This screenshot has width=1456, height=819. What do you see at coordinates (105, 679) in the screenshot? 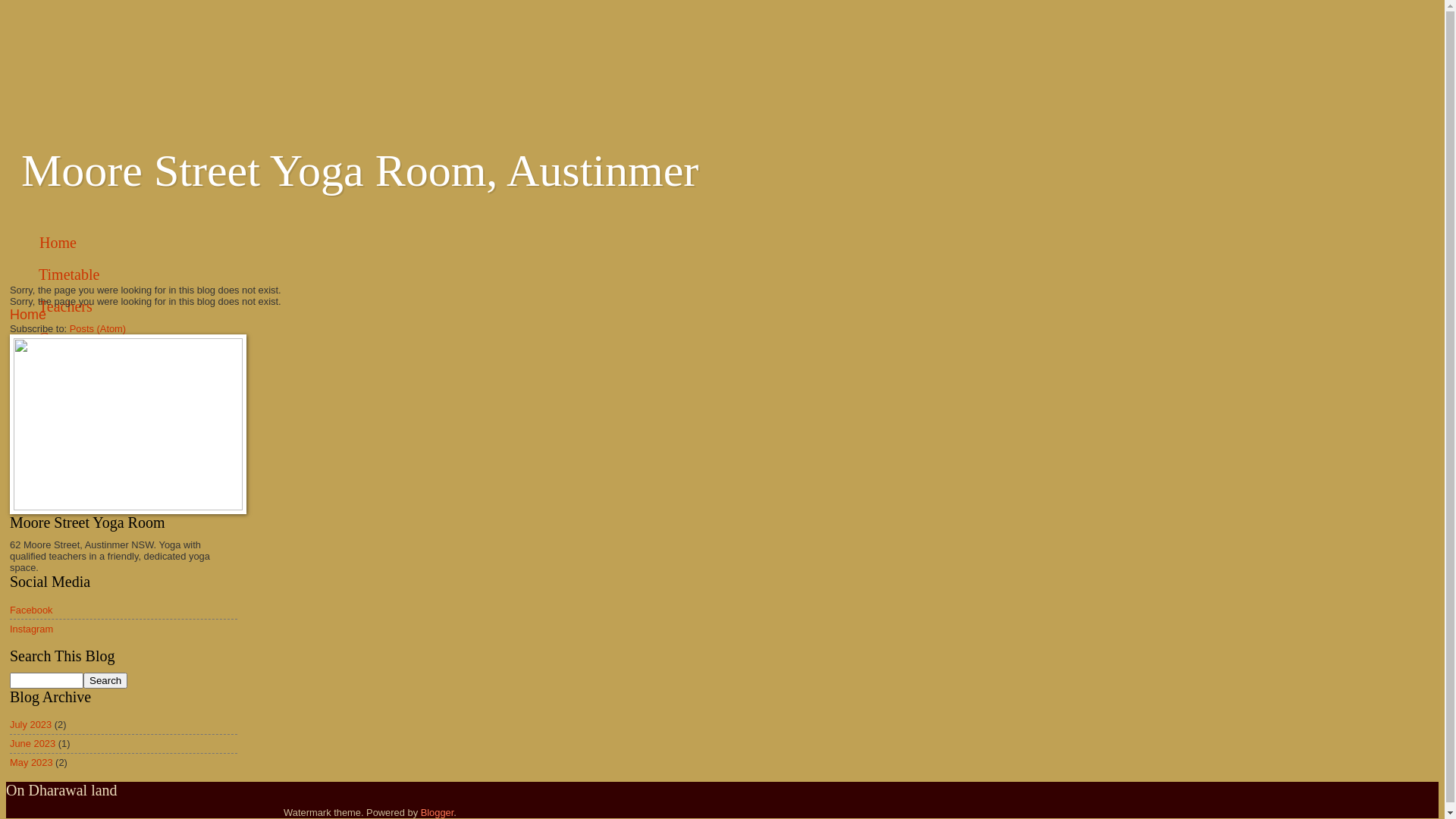
I see `'Search'` at bounding box center [105, 679].